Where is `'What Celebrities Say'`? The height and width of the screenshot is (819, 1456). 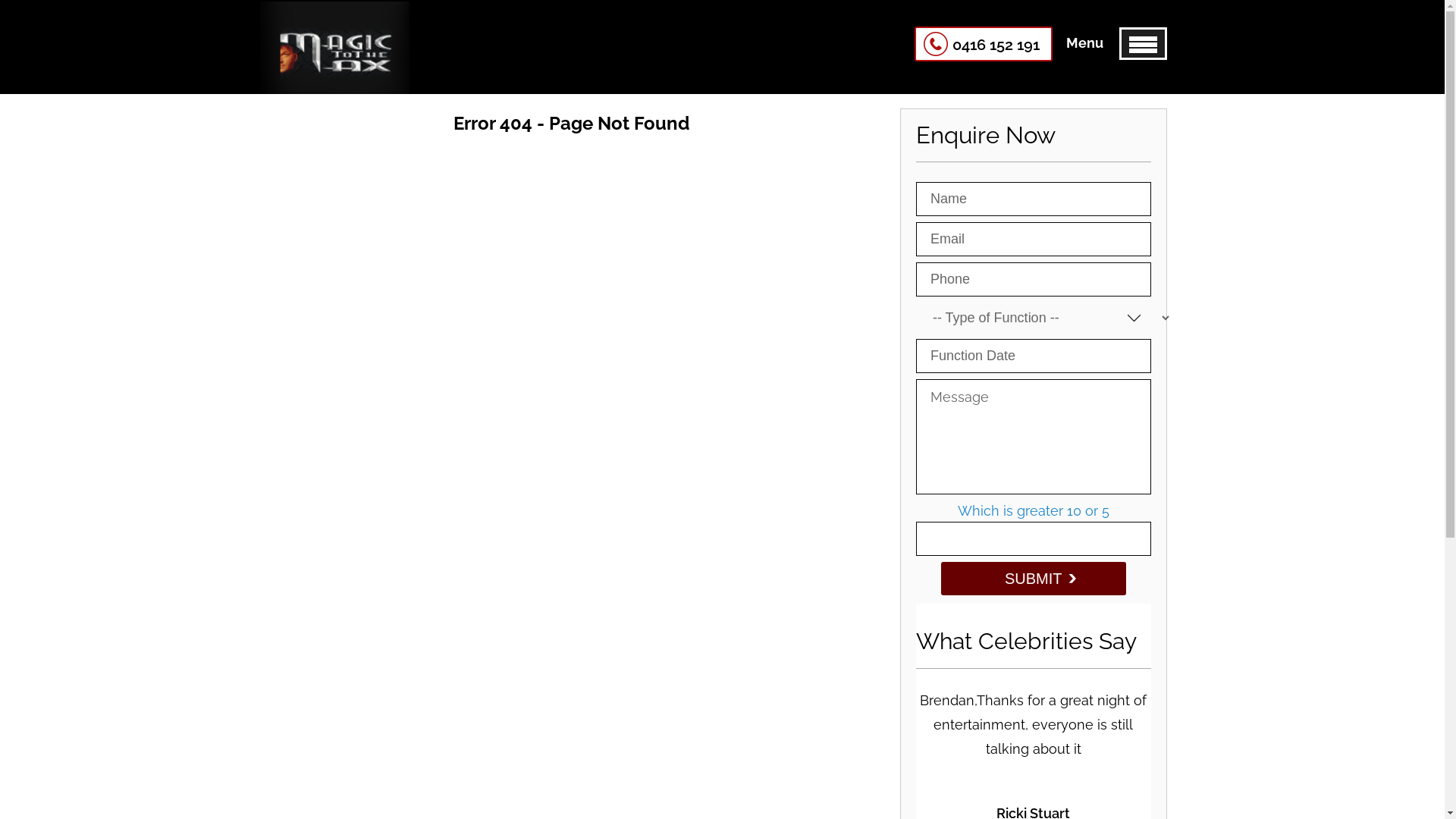 'What Celebrities Say' is located at coordinates (1026, 641).